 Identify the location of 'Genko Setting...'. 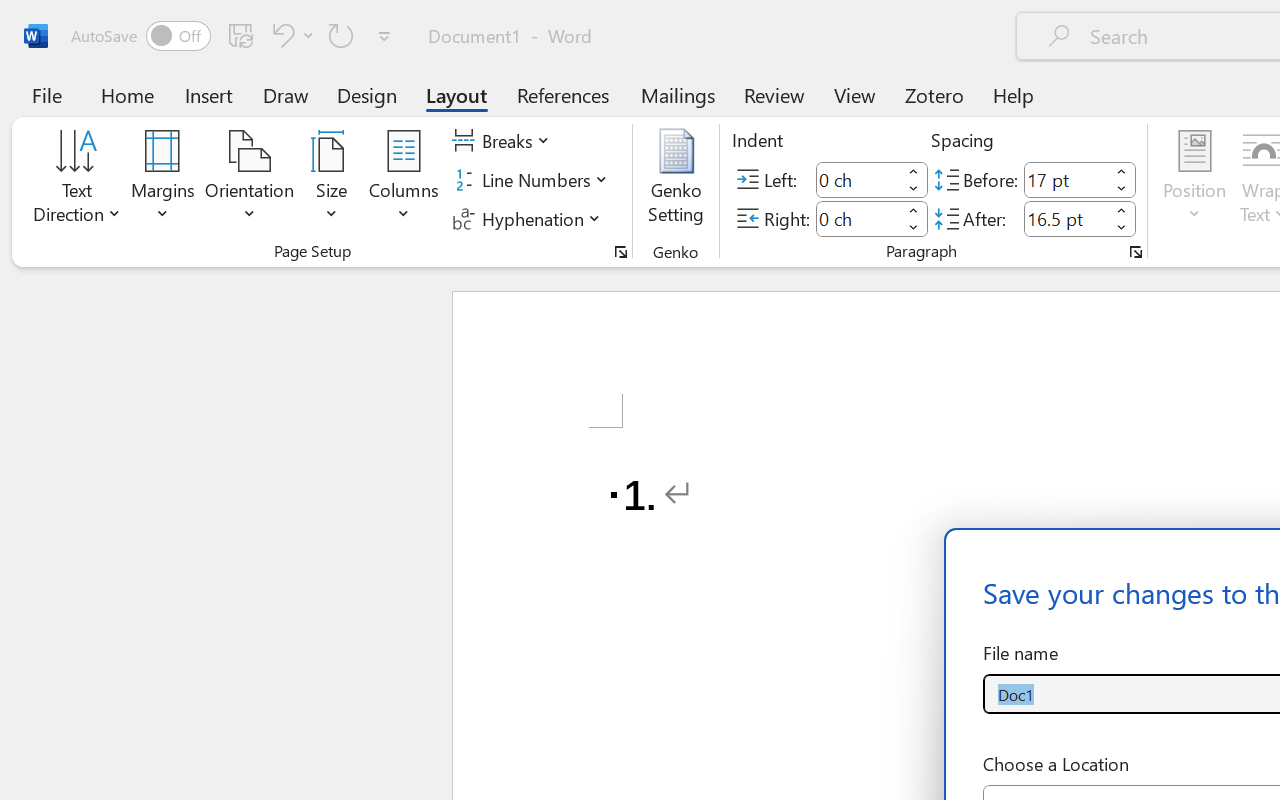
(676, 179).